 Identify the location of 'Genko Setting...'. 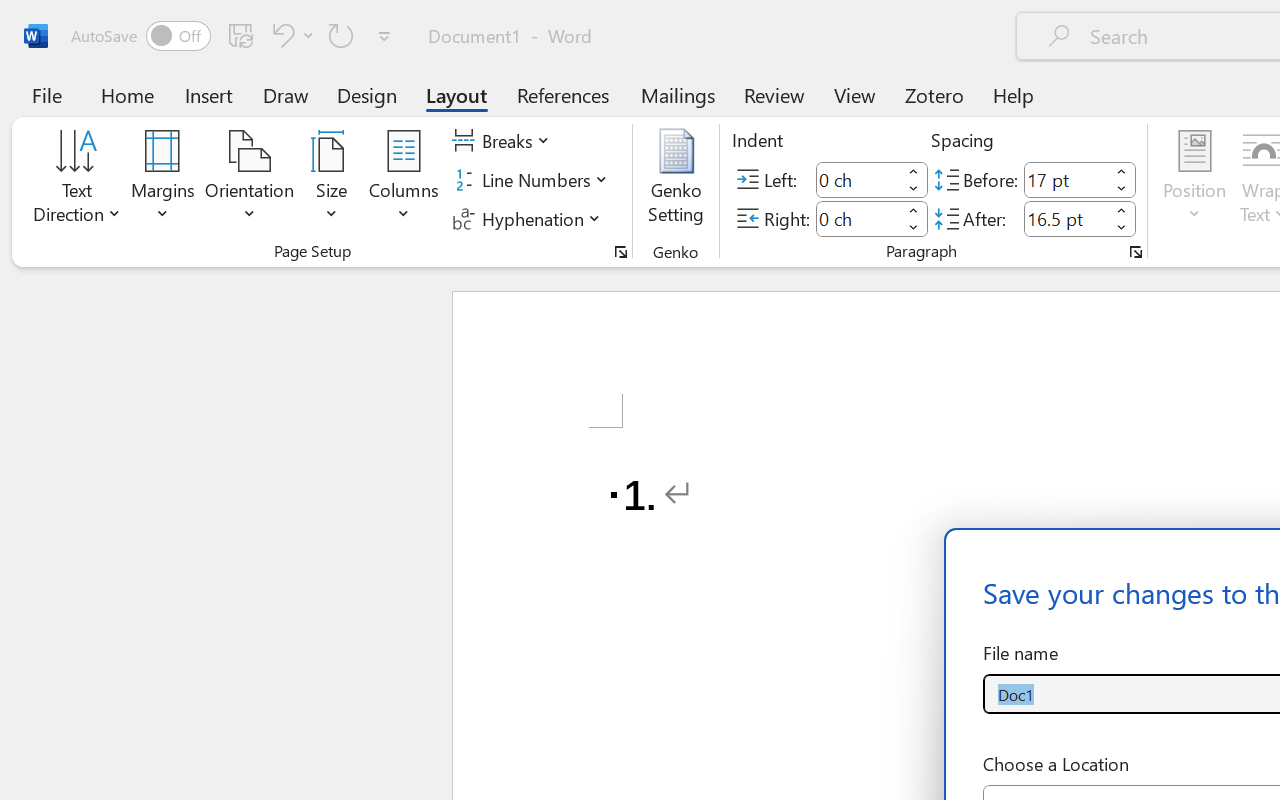
(676, 179).